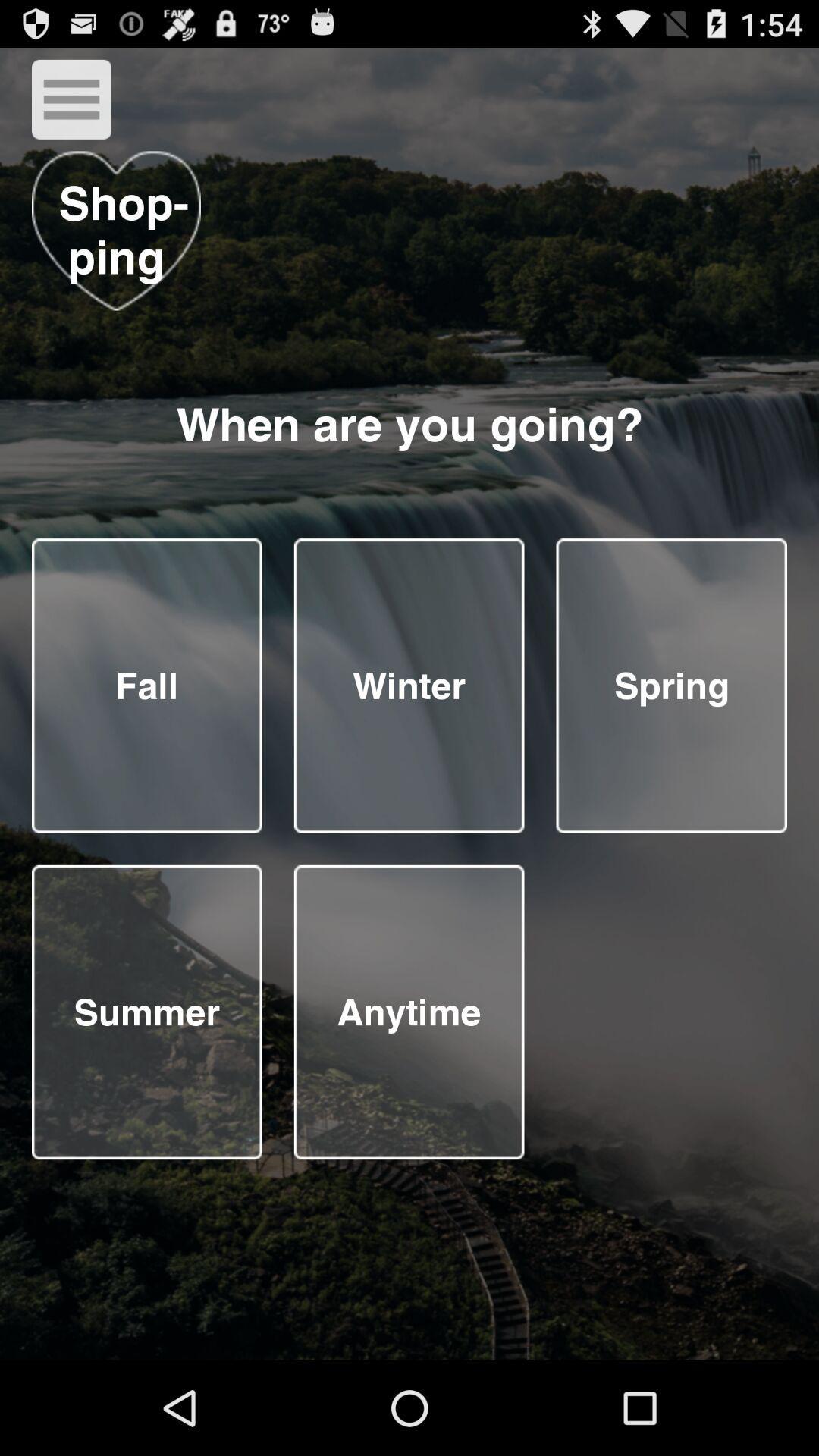  Describe the element at coordinates (408, 1012) in the screenshot. I see `using in document fill` at that location.